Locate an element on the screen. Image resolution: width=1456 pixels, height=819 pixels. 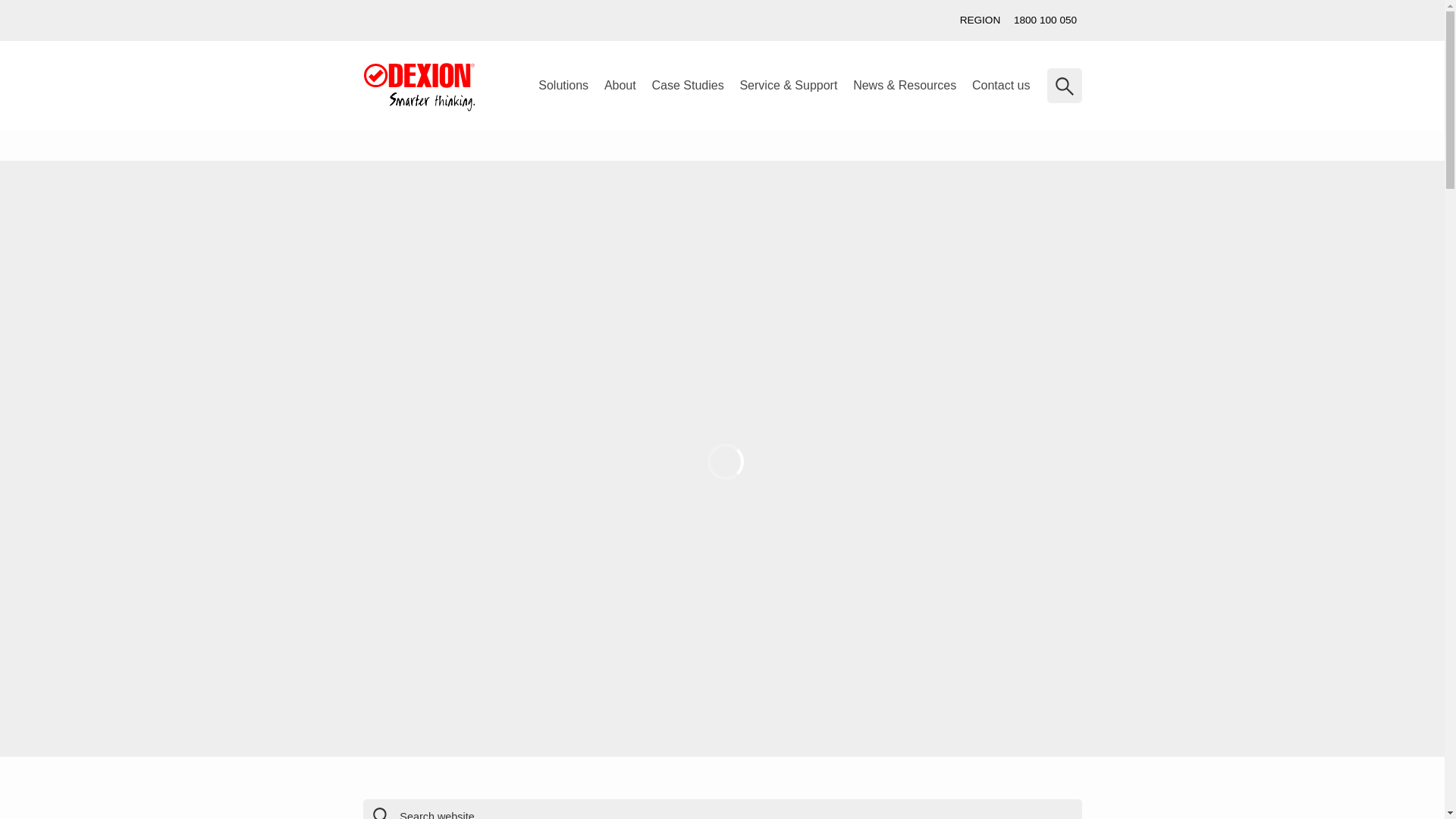
'About' is located at coordinates (620, 85).